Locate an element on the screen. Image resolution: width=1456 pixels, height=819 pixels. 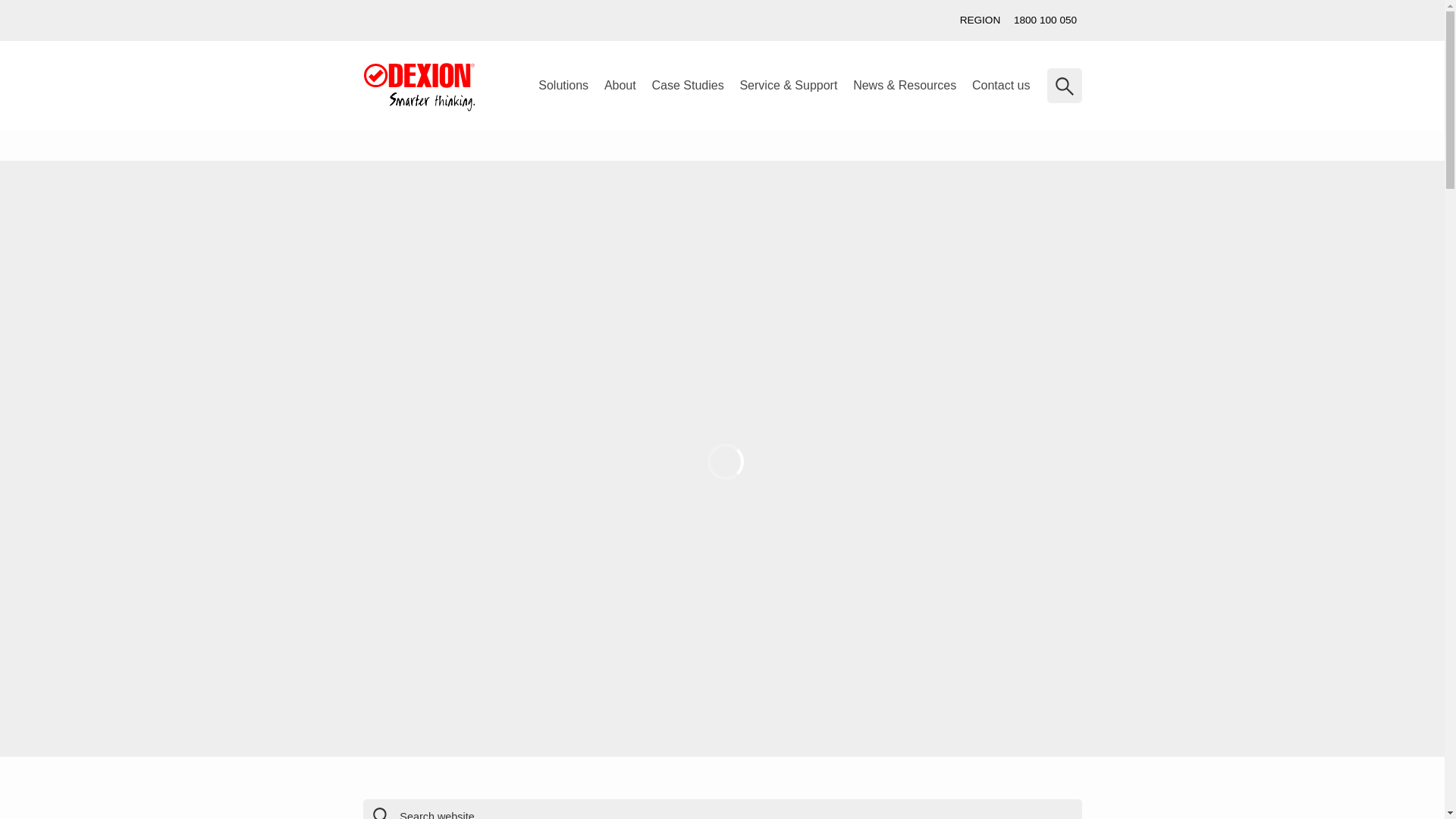
'About' is located at coordinates (620, 85).